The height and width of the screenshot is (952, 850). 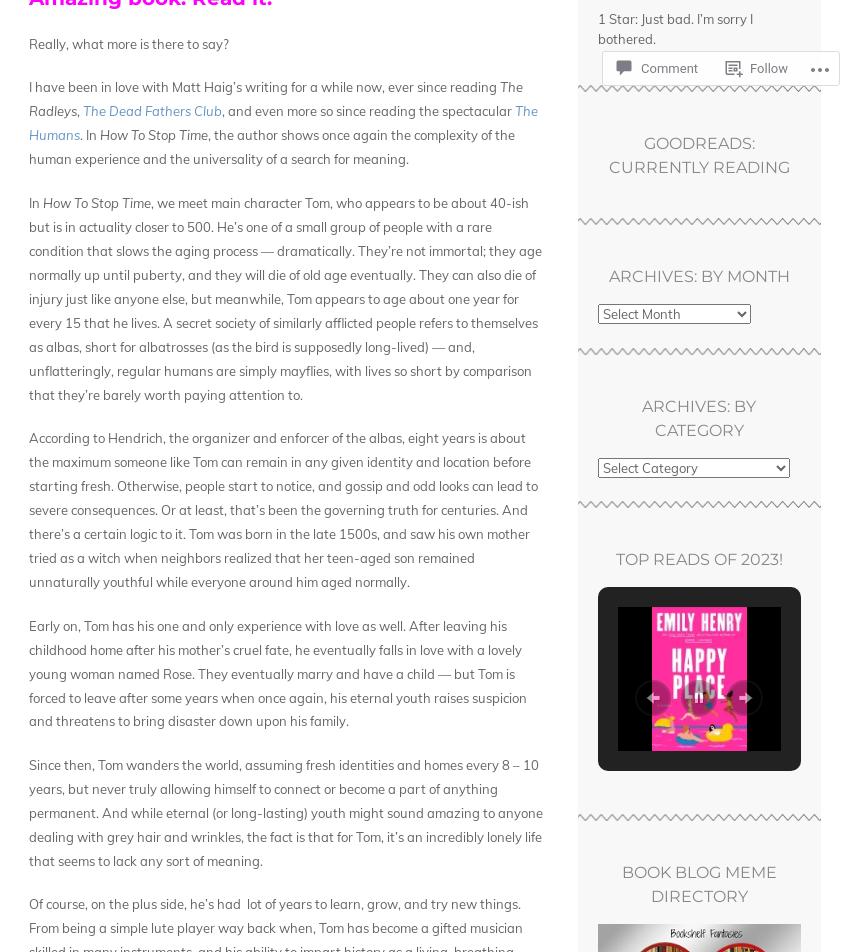 I want to click on 'I have been in love with Matt Haig’s writing for a while now, ever since reading', so click(x=263, y=87).